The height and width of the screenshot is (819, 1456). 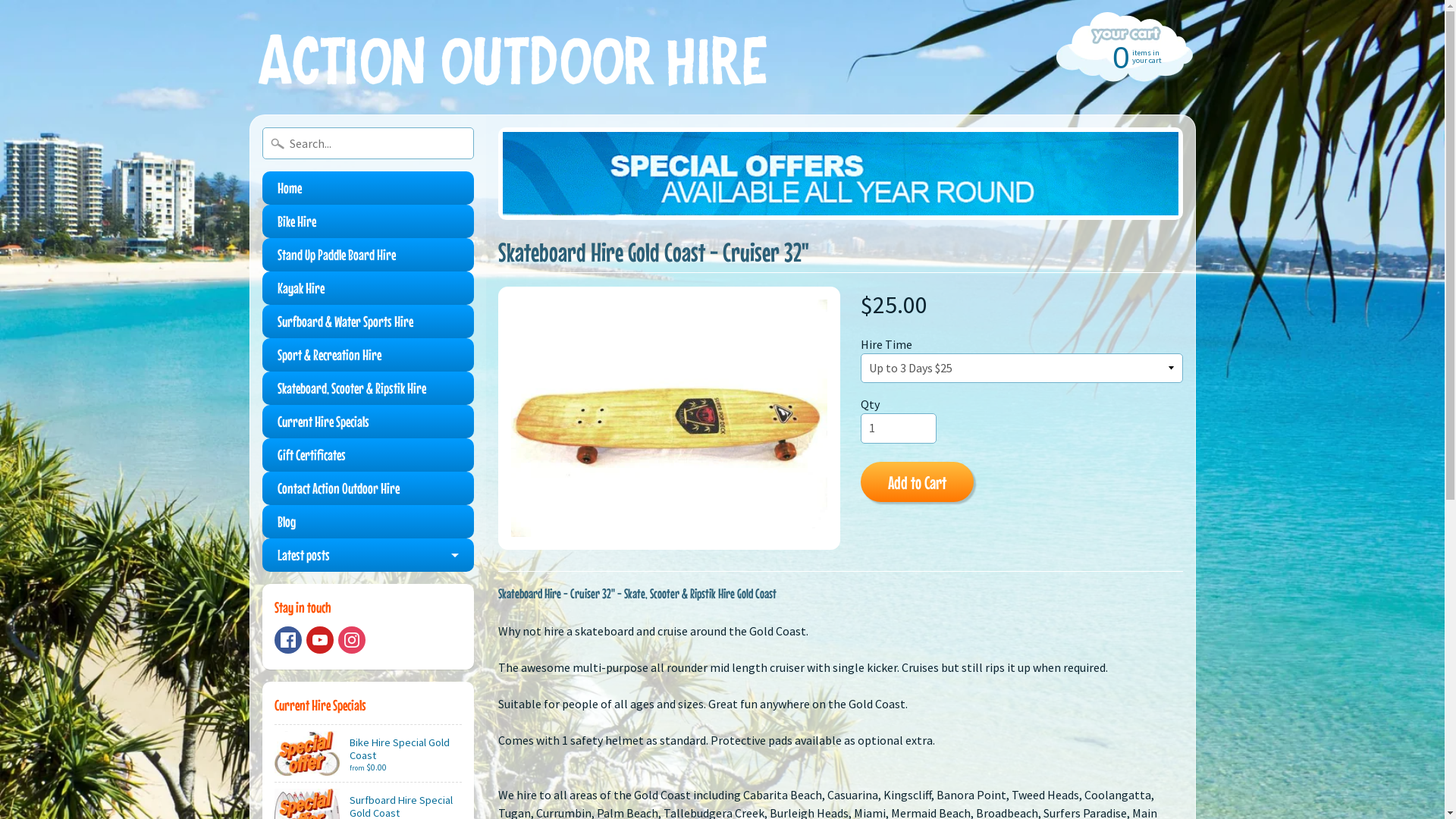 What do you see at coordinates (368, 388) in the screenshot?
I see `'Skateboard, Scooter & Ripstik Hire'` at bounding box center [368, 388].